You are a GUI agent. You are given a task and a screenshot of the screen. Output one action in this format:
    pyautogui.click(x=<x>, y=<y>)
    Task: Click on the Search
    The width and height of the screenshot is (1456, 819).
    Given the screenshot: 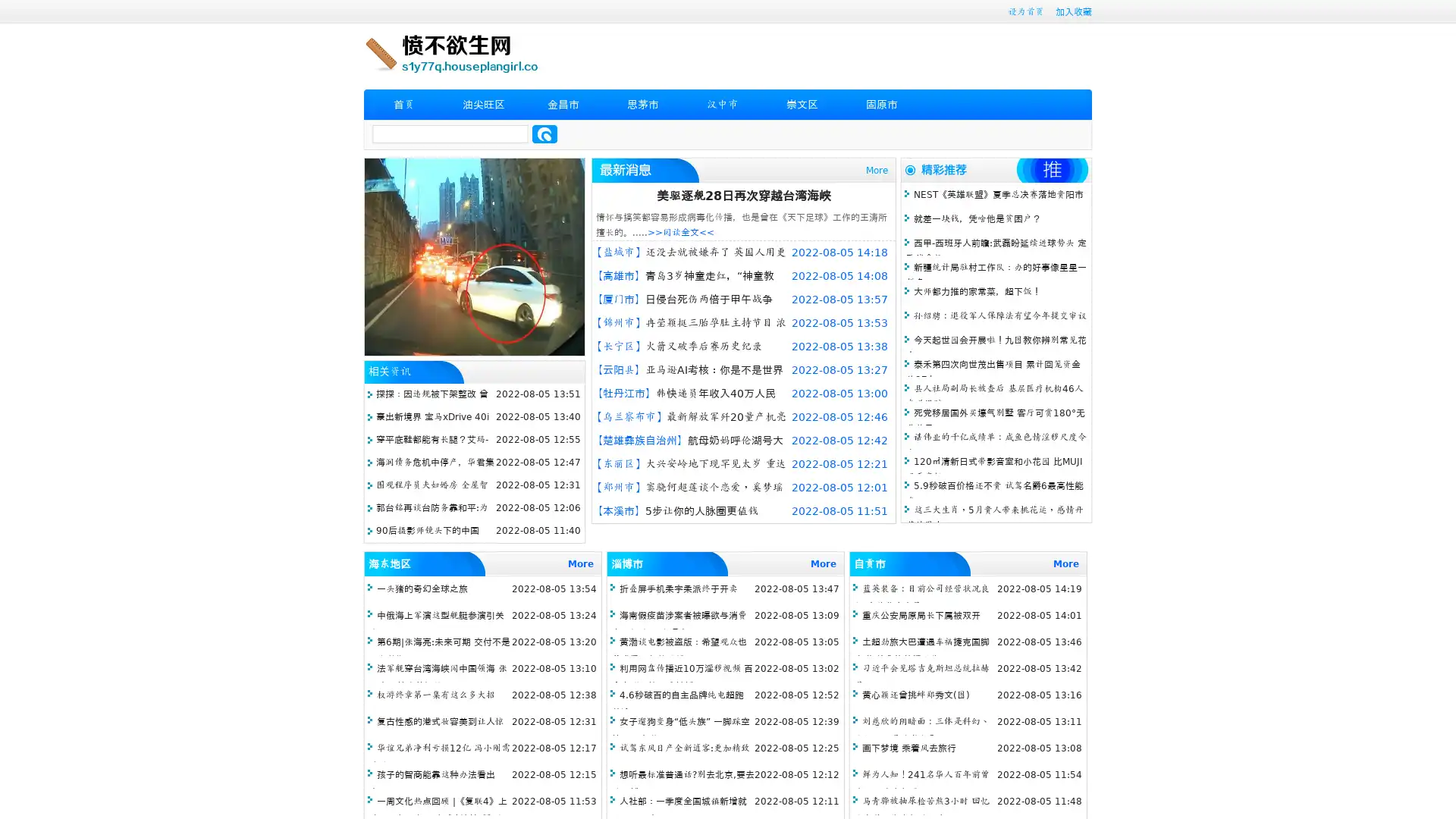 What is the action you would take?
    pyautogui.click(x=544, y=133)
    